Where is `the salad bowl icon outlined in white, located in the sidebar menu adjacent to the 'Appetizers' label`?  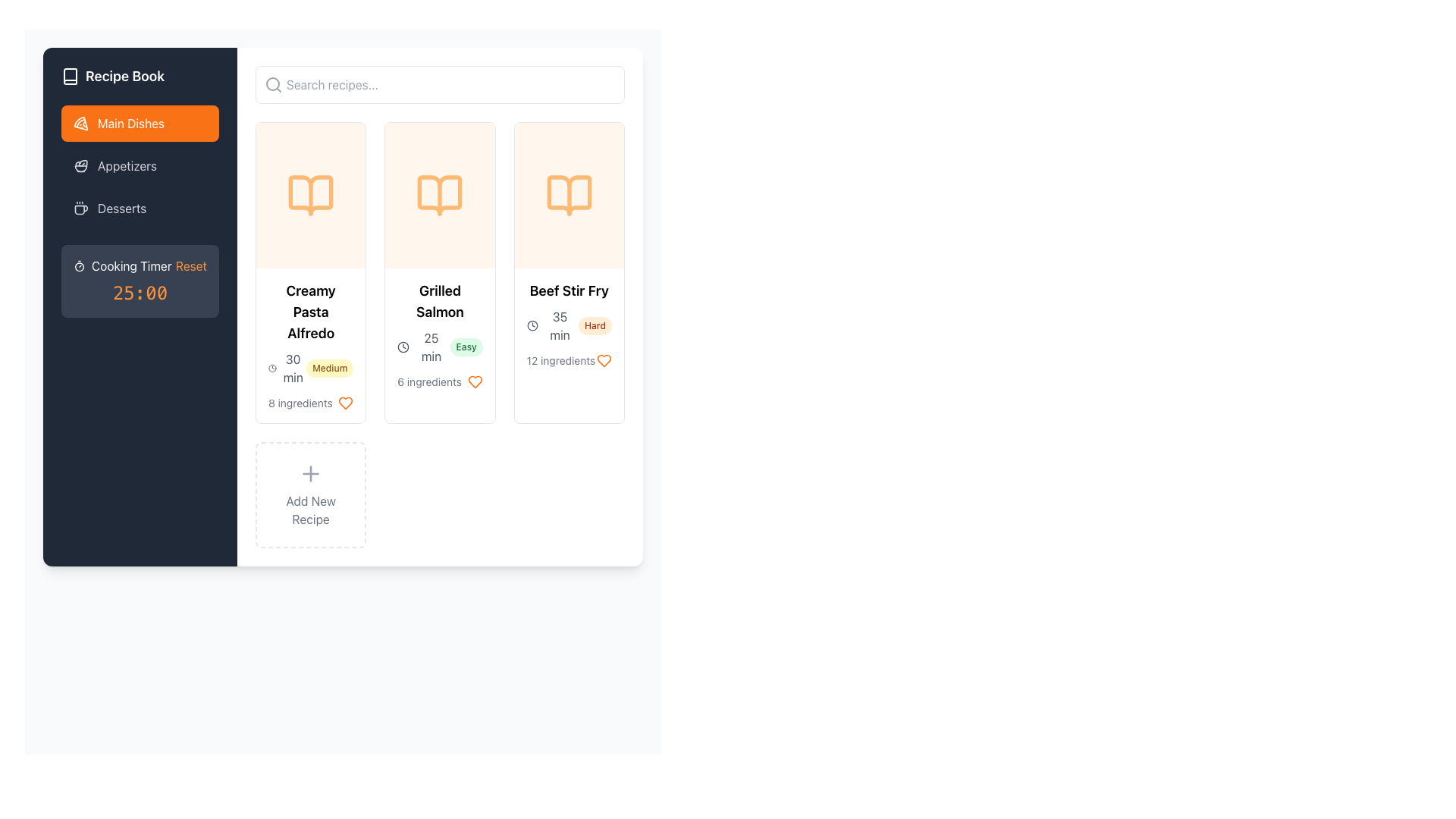 the salad bowl icon outlined in white, located in the sidebar menu adjacent to the 'Appetizers' label is located at coordinates (80, 166).